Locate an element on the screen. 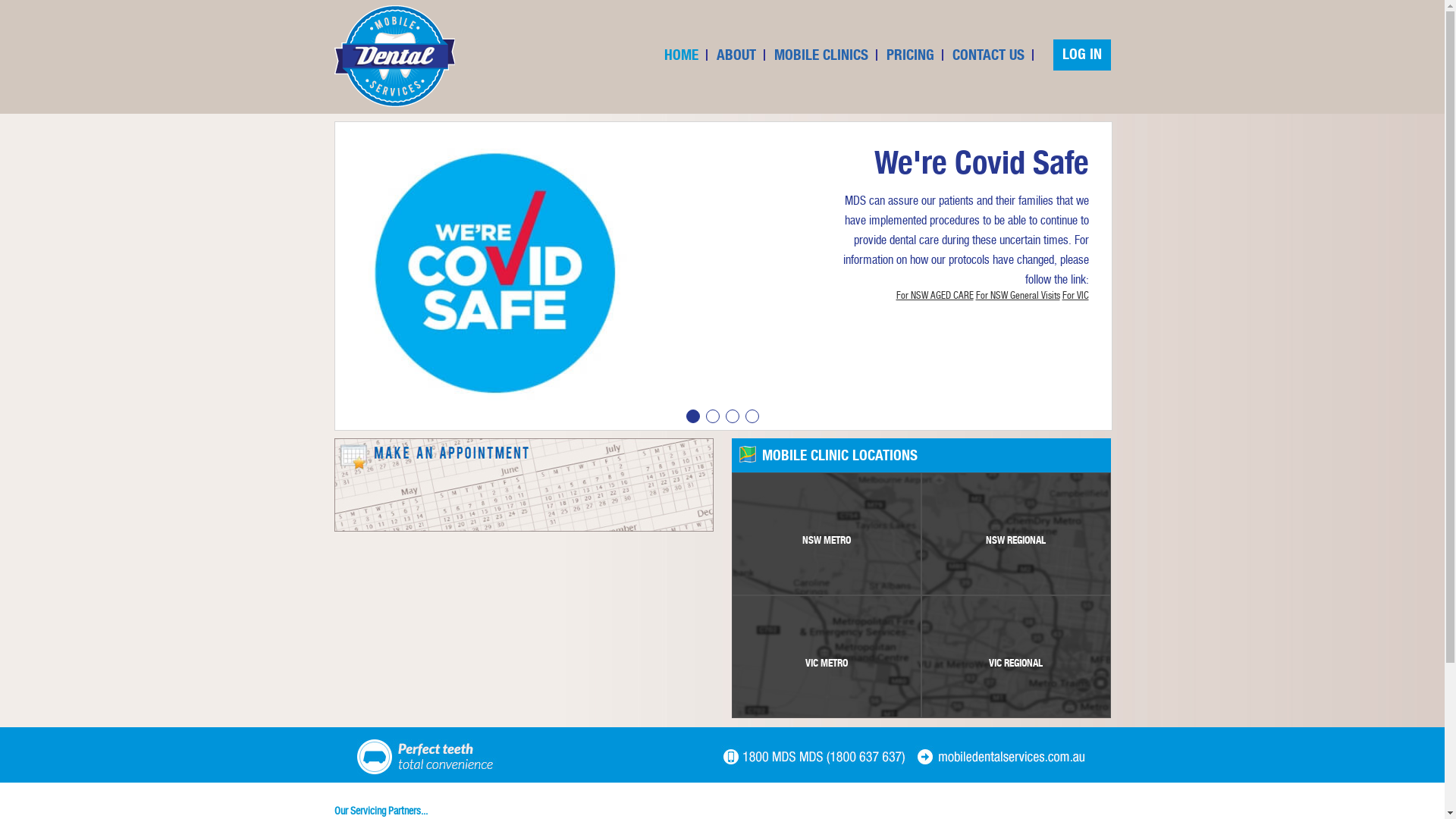  '4' is located at coordinates (745, 416).